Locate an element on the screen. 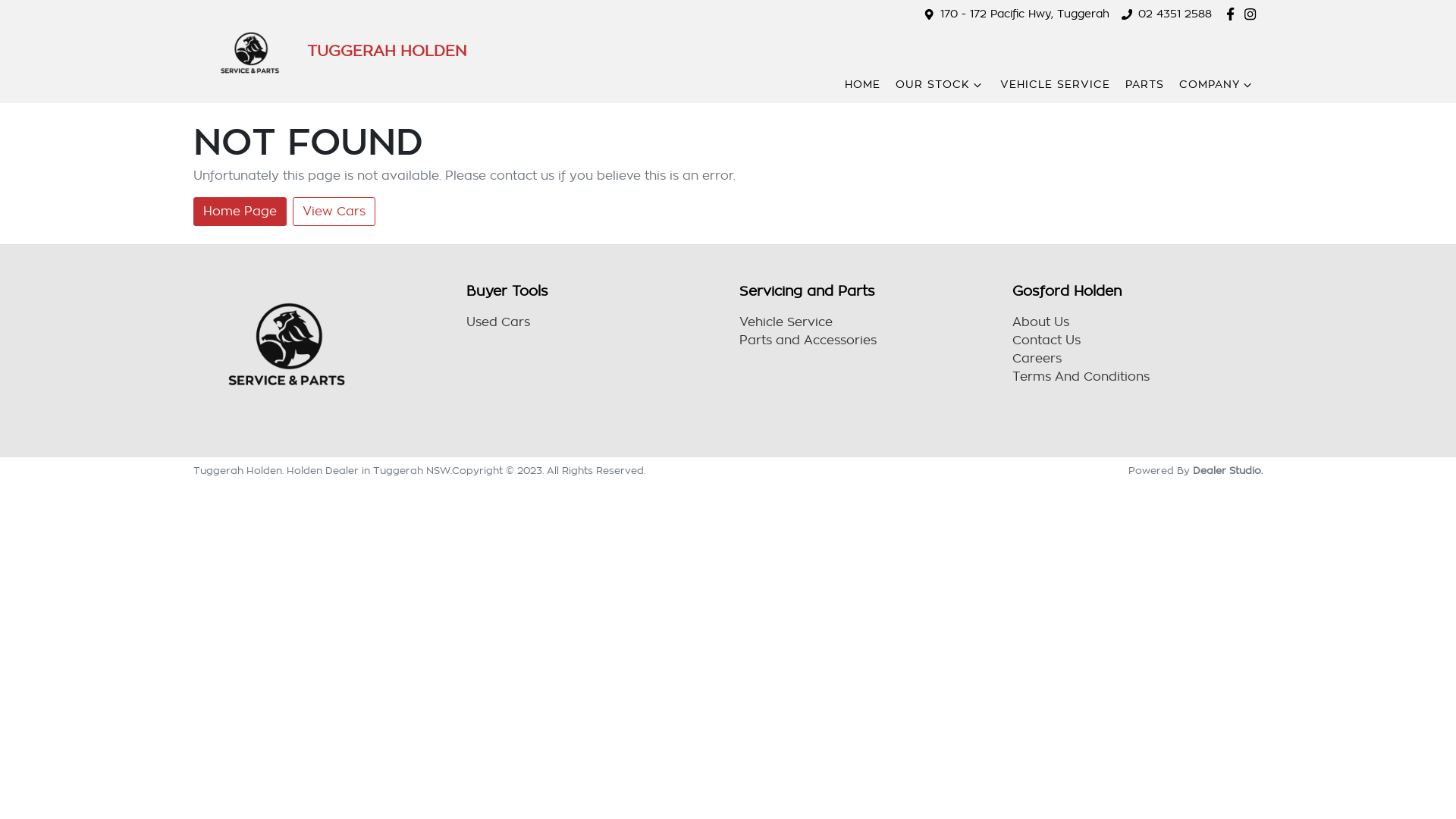  'Dealer Studio.' is located at coordinates (1227, 469).